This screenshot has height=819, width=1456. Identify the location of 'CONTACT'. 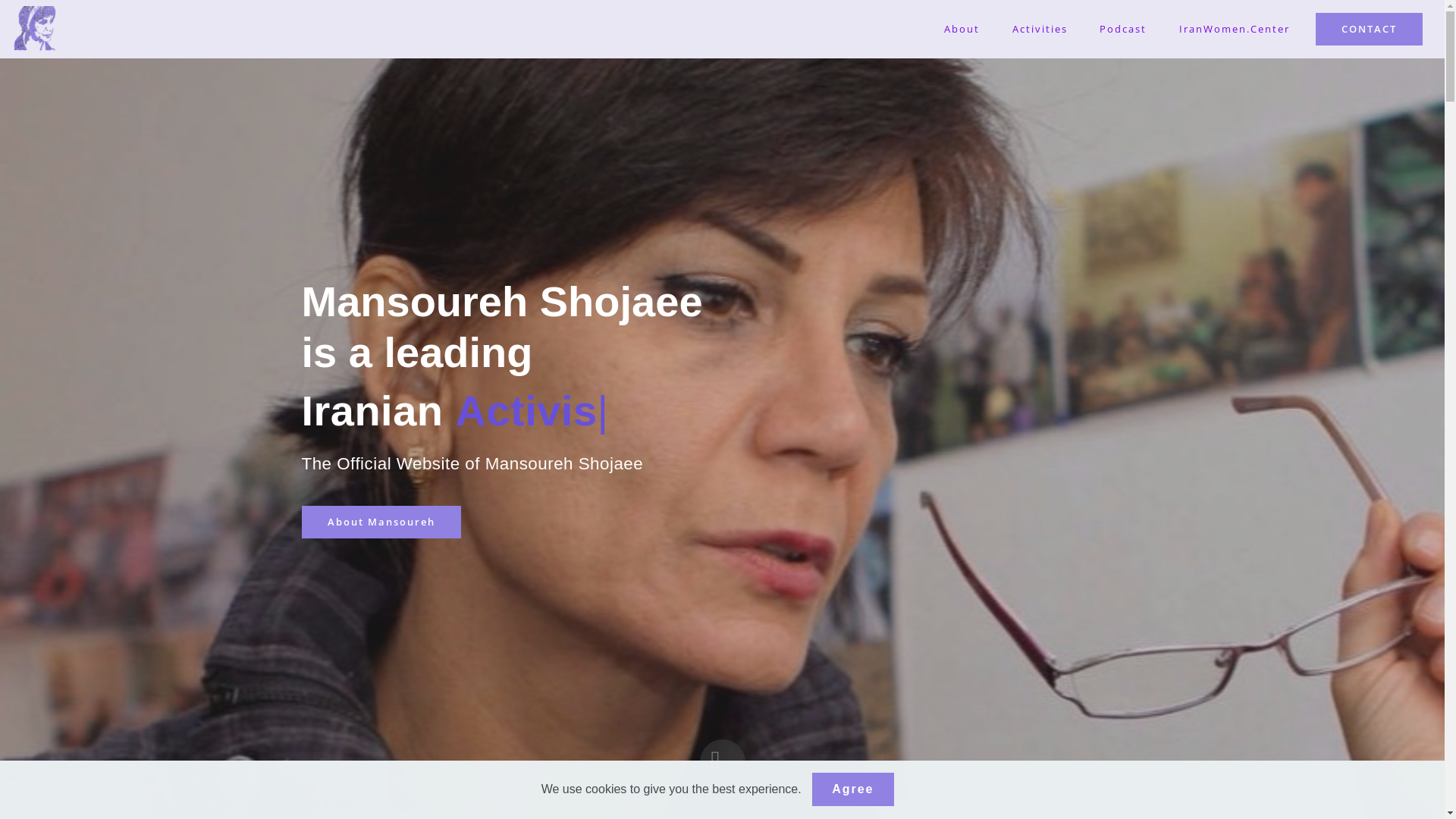
(1369, 29).